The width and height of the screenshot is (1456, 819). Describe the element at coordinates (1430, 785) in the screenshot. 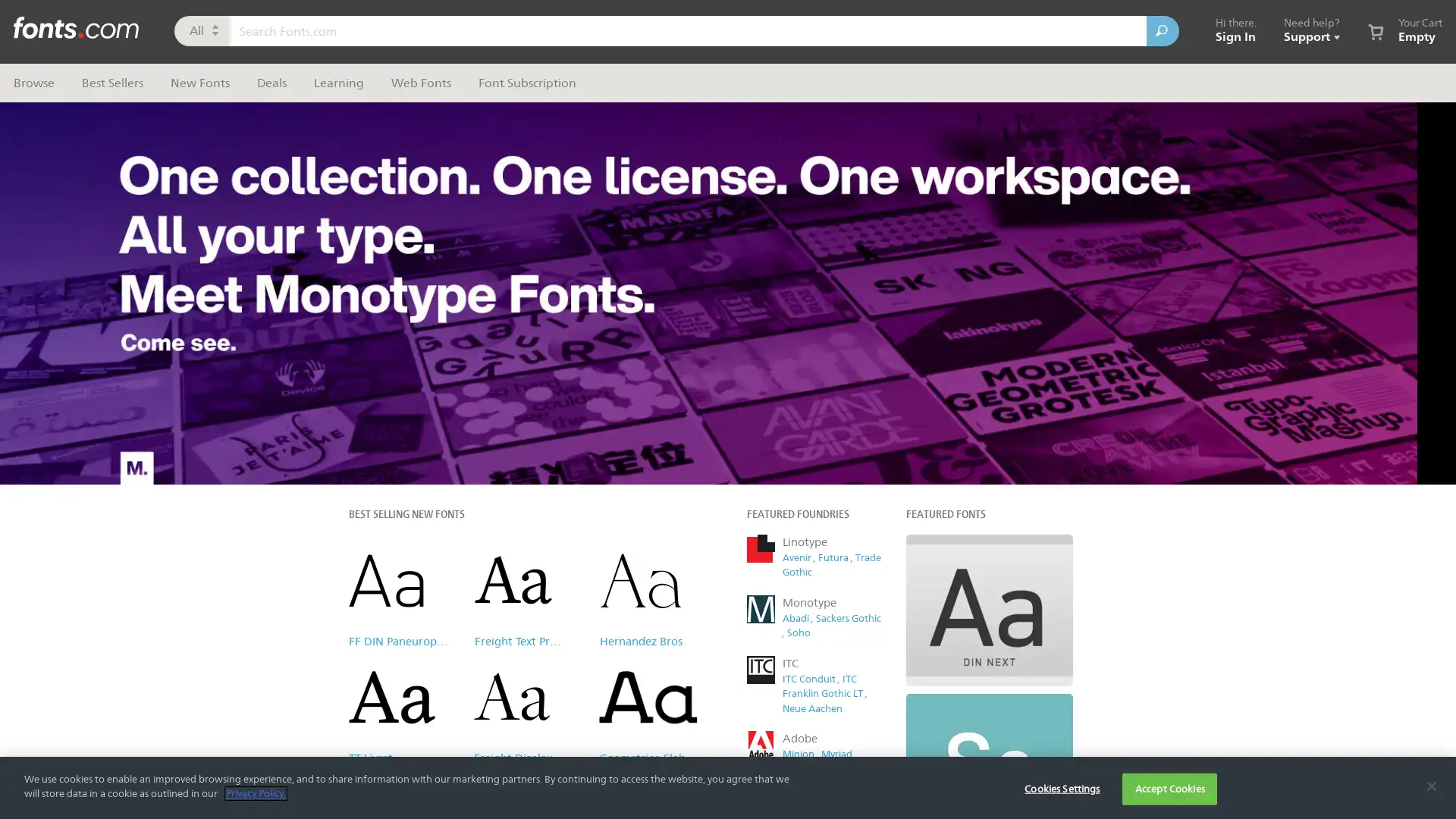

I see `Close` at that location.